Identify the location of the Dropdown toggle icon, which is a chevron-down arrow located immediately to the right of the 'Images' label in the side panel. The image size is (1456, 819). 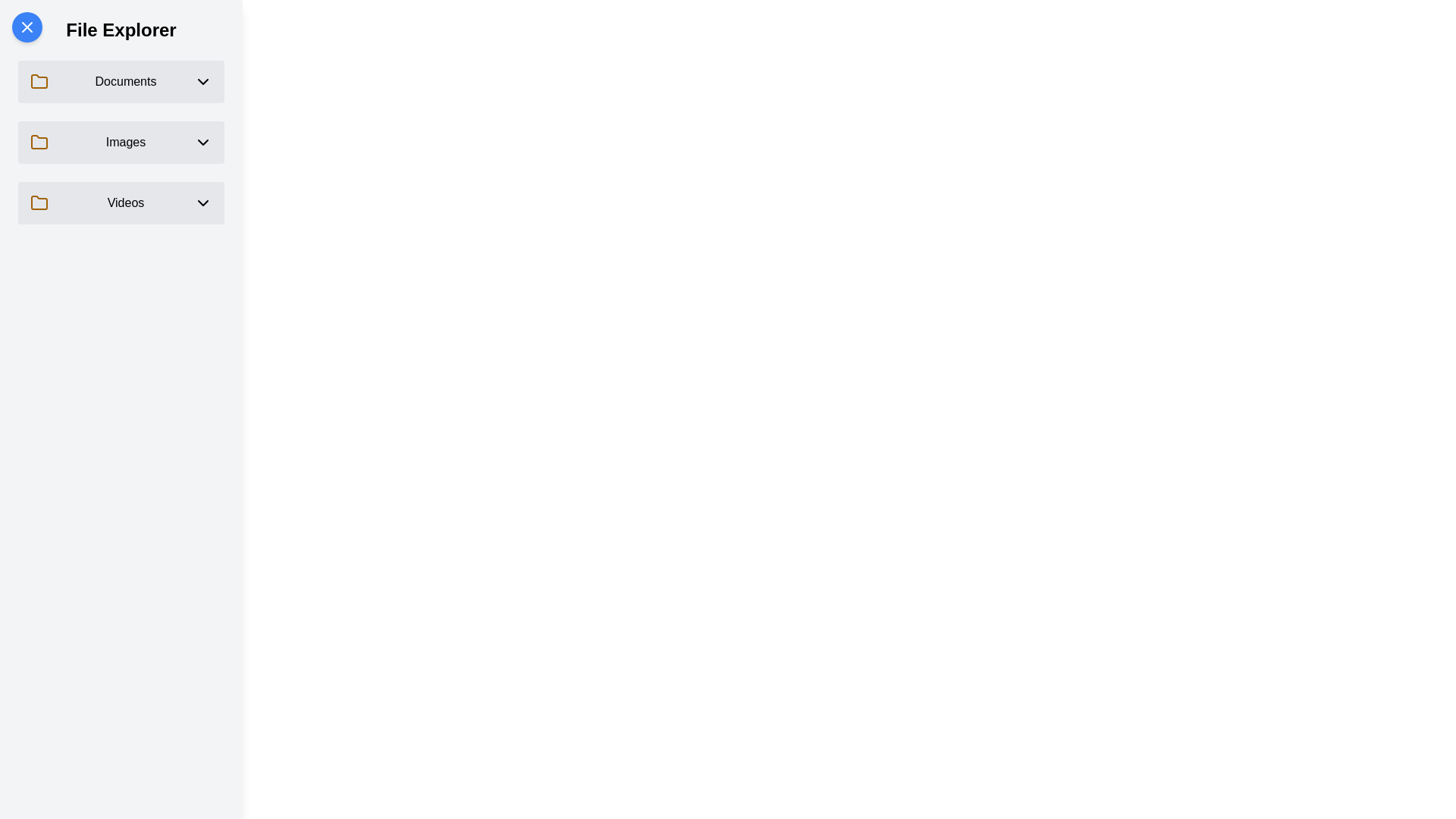
(202, 143).